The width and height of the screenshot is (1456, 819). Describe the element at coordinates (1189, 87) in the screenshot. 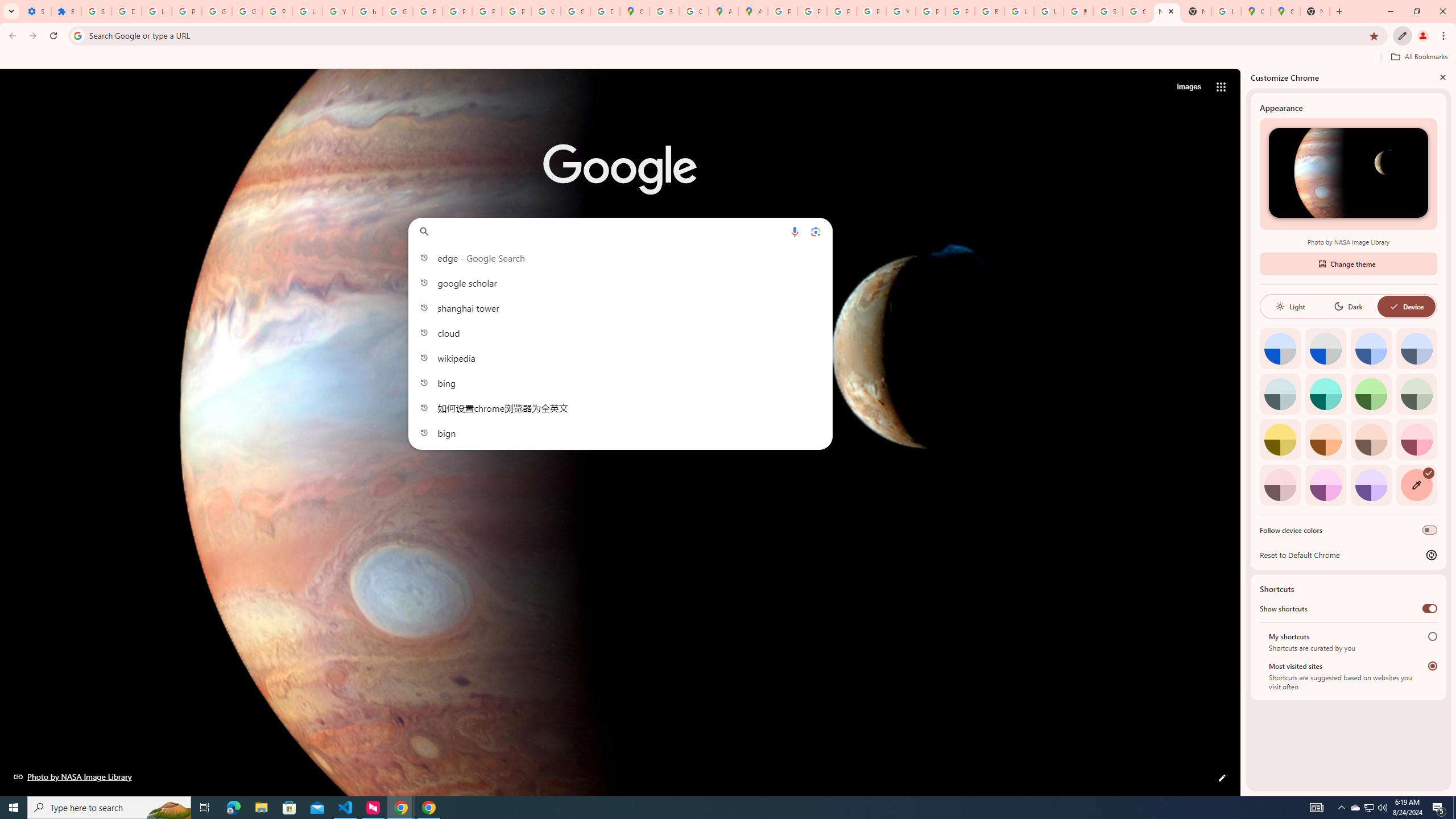

I see `'Search for Images '` at that location.